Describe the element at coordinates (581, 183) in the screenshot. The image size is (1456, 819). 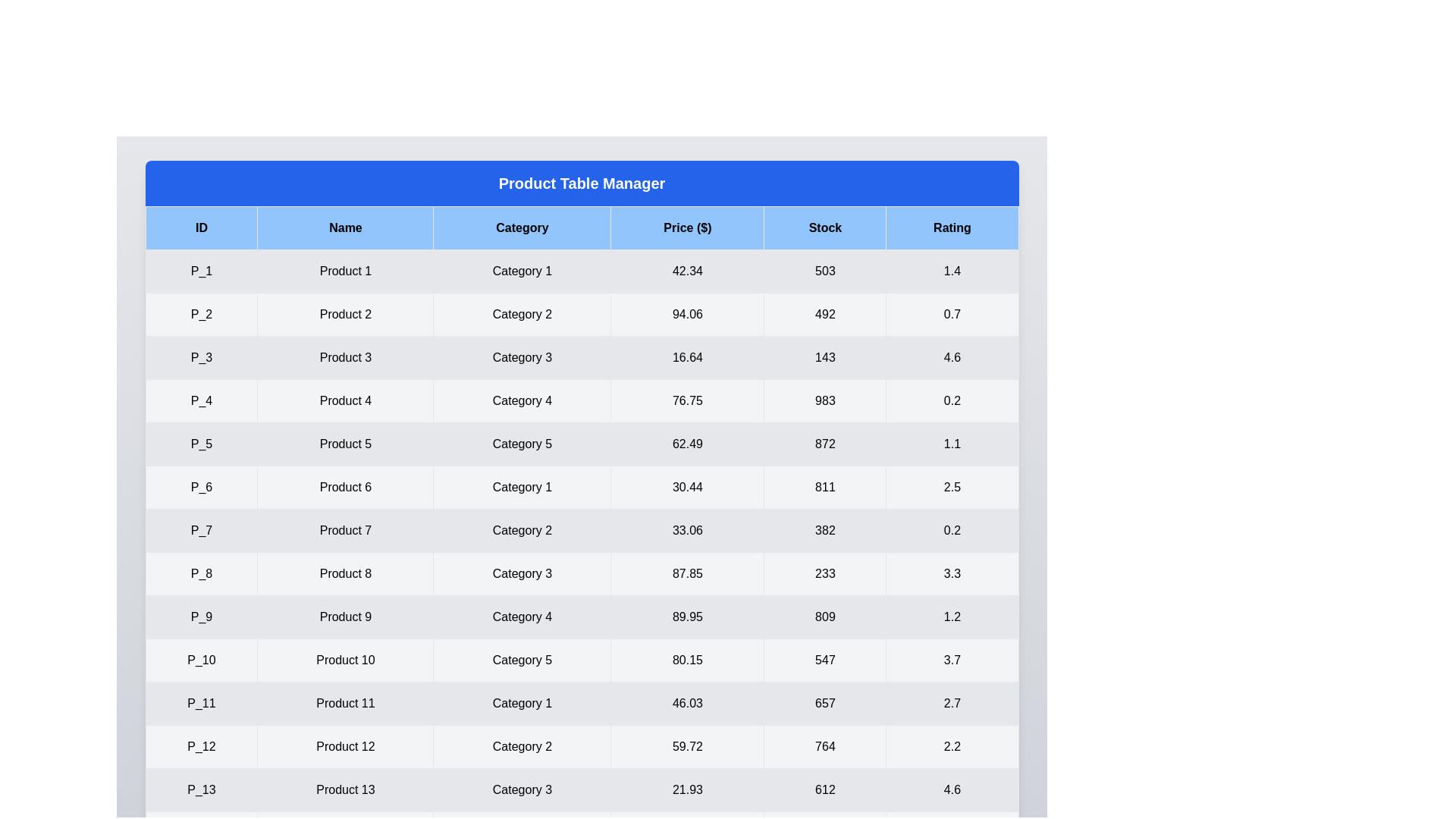
I see `the header title 'Product Table Manager'` at that location.